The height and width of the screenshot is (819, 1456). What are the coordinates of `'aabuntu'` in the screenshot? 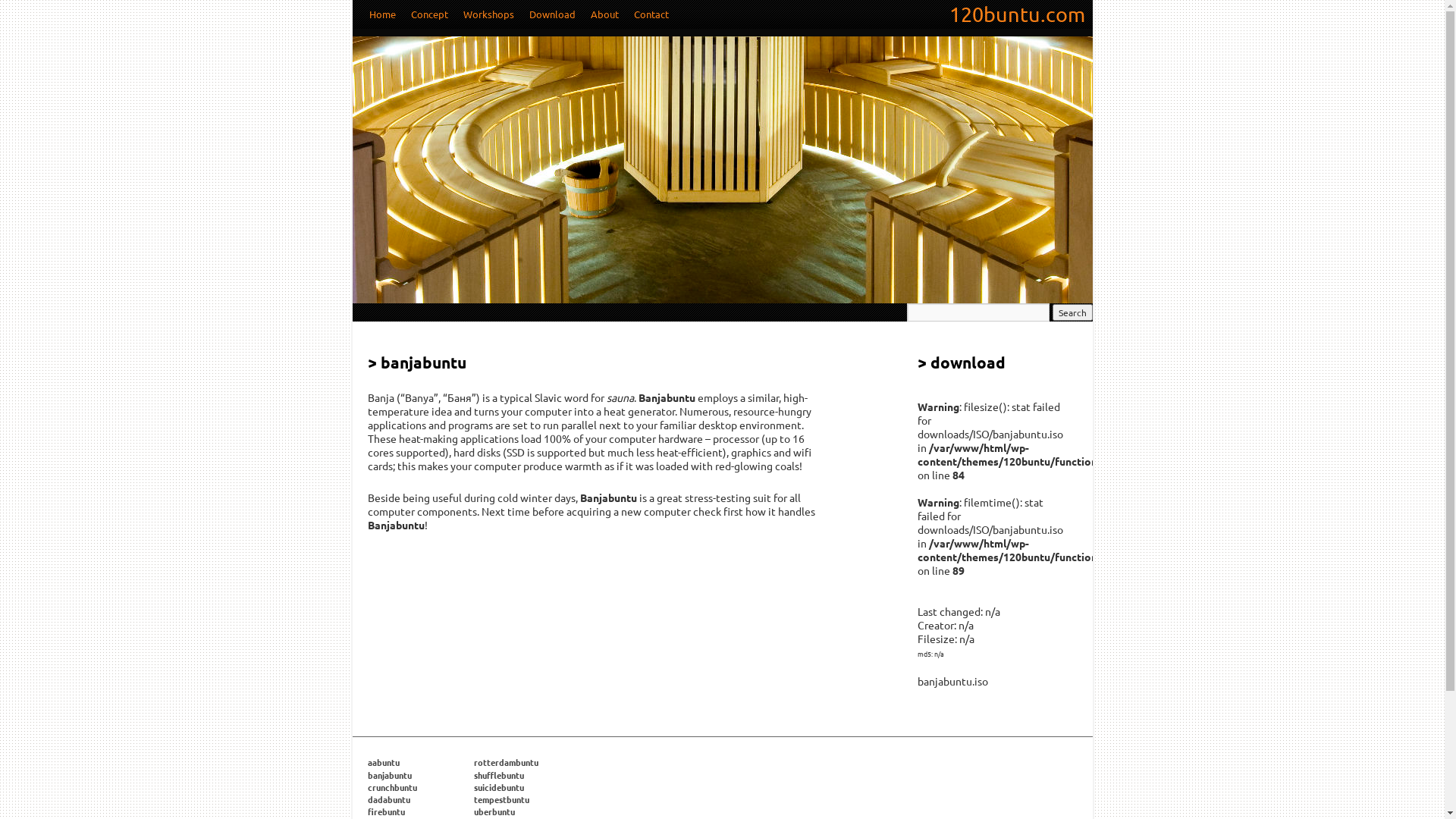 It's located at (382, 762).